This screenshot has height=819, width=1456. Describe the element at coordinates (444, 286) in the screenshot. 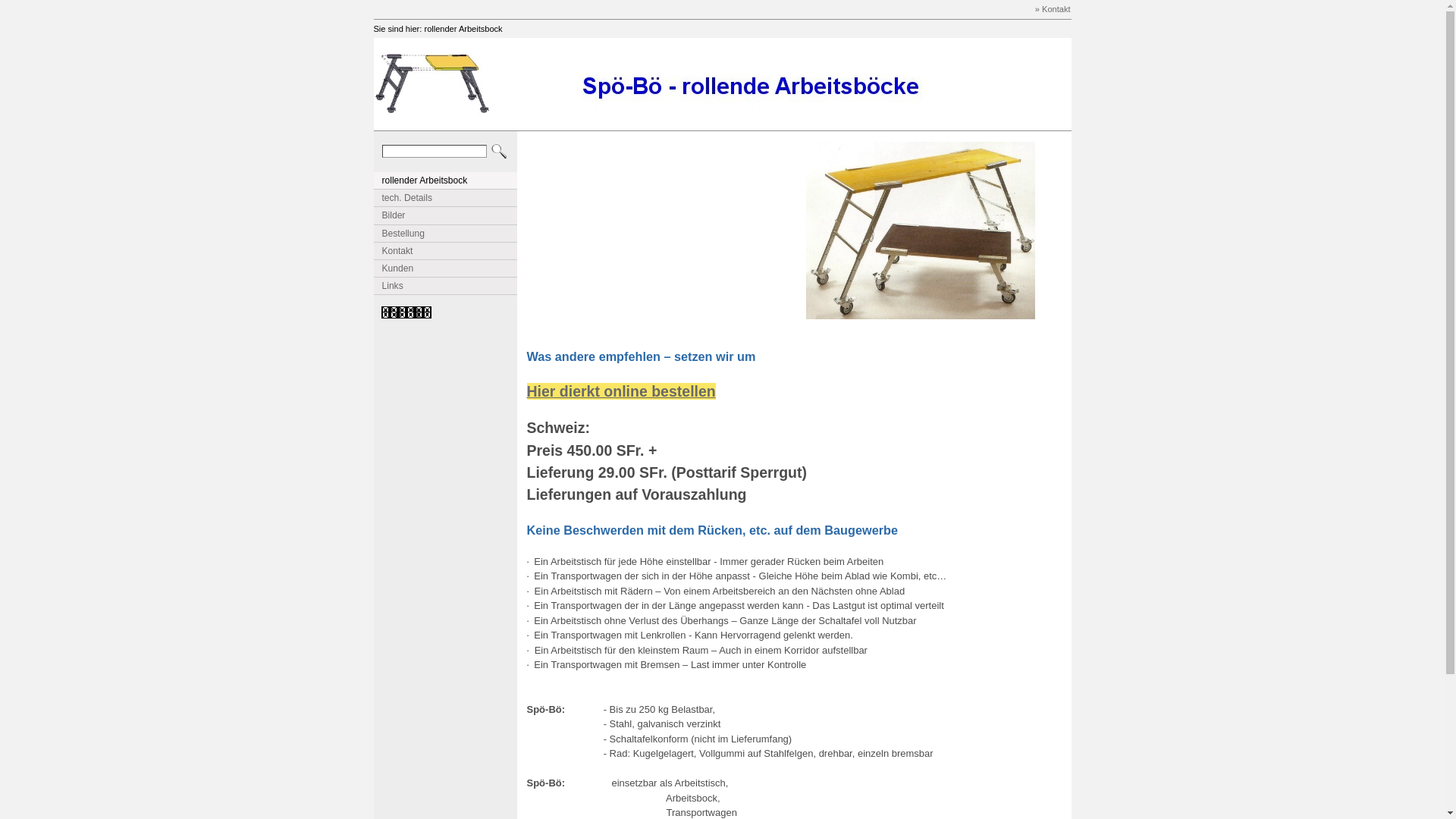

I see `'Links'` at that location.